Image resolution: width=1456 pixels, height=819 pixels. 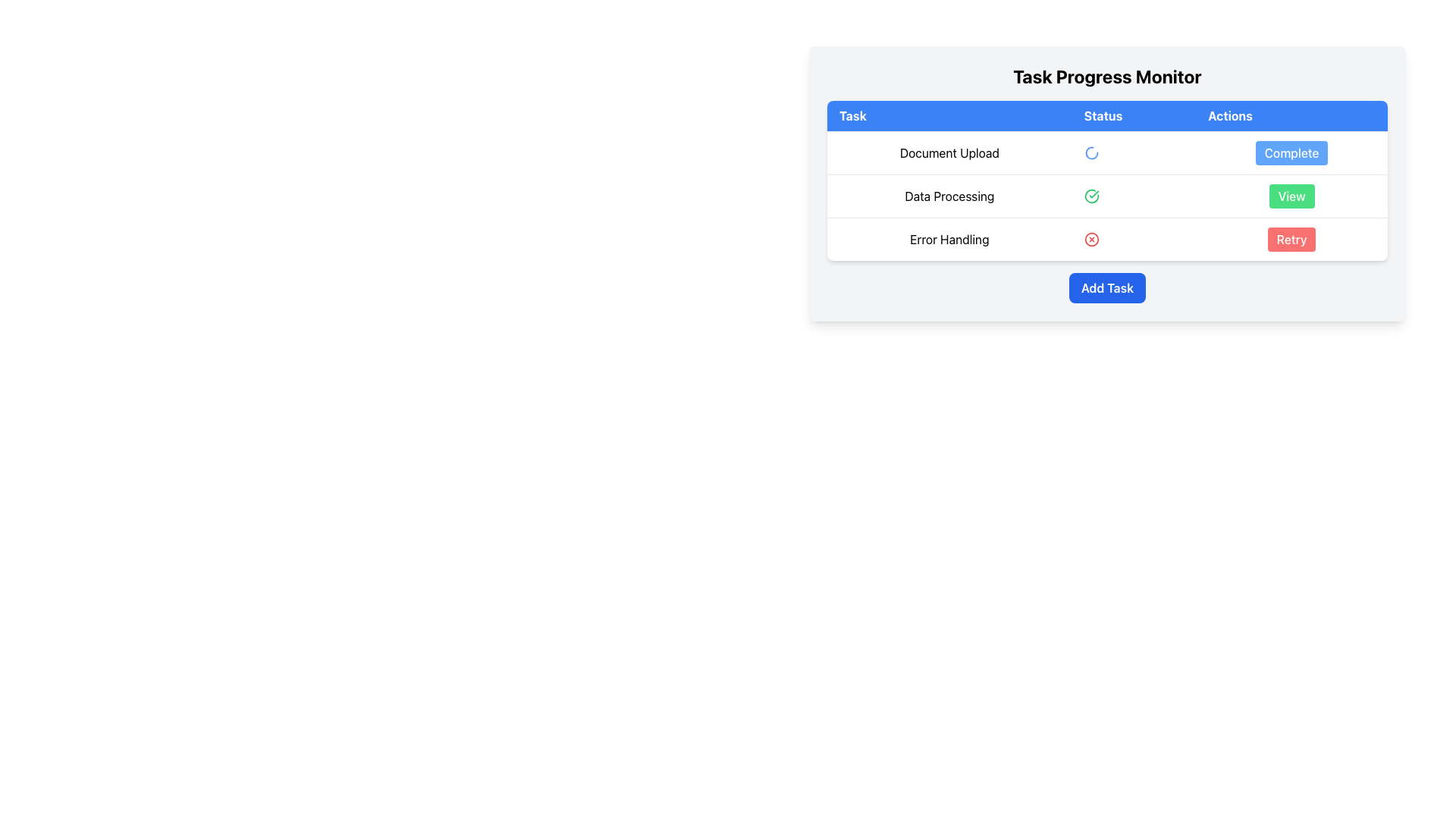 I want to click on the green 'View' button located under the 'Actions' column in the 'Data Processing' row, so click(x=1291, y=195).